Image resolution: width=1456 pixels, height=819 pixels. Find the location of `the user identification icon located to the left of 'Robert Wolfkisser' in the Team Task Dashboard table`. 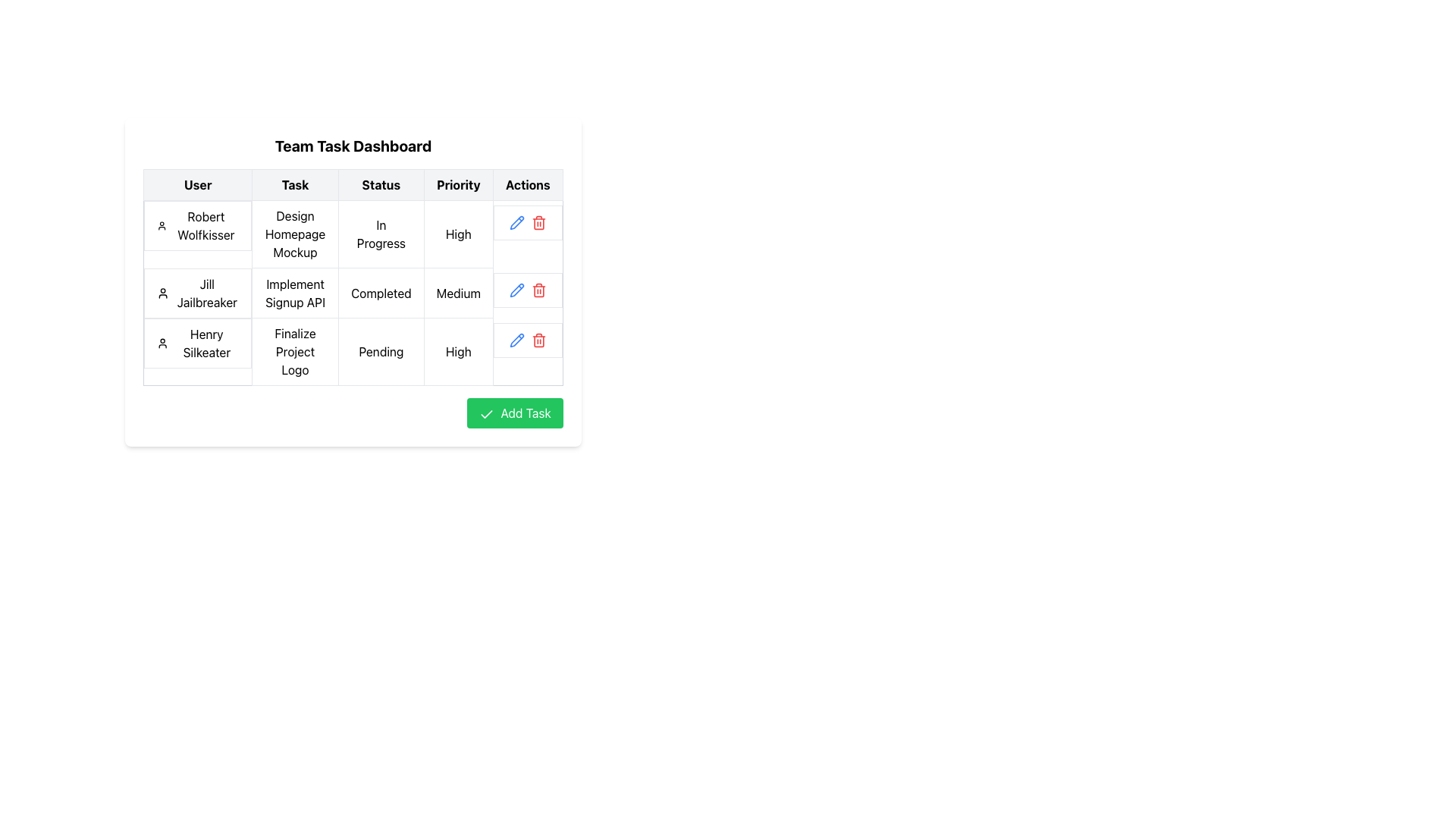

the user identification icon located to the left of 'Robert Wolfkisser' in the Team Task Dashboard table is located at coordinates (162, 225).